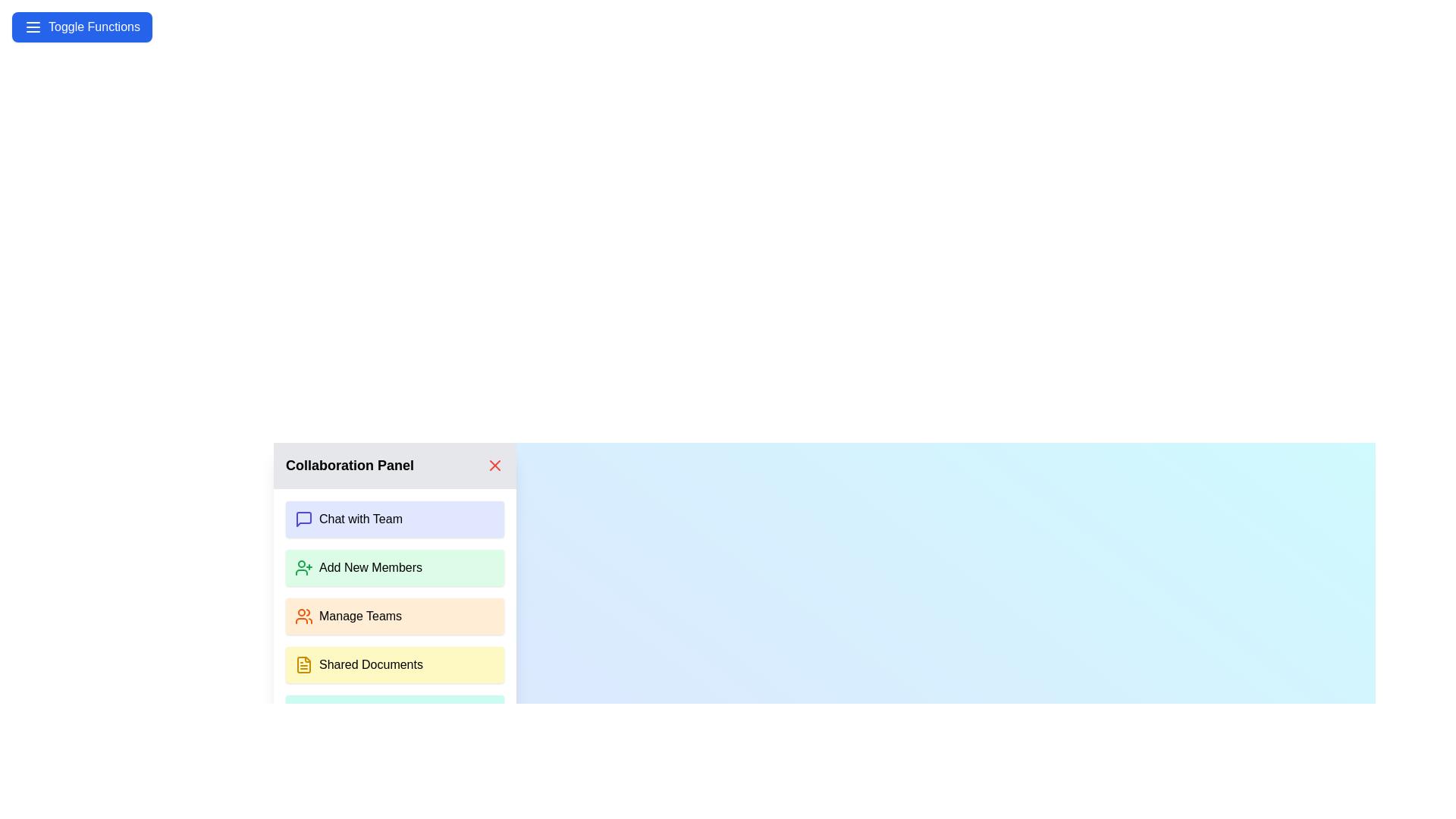 This screenshot has height=819, width=1456. I want to click on the 'Chat with Team' button, which has a light indigo background, rounded corners, and features a purple speech bubble icon, so click(395, 519).